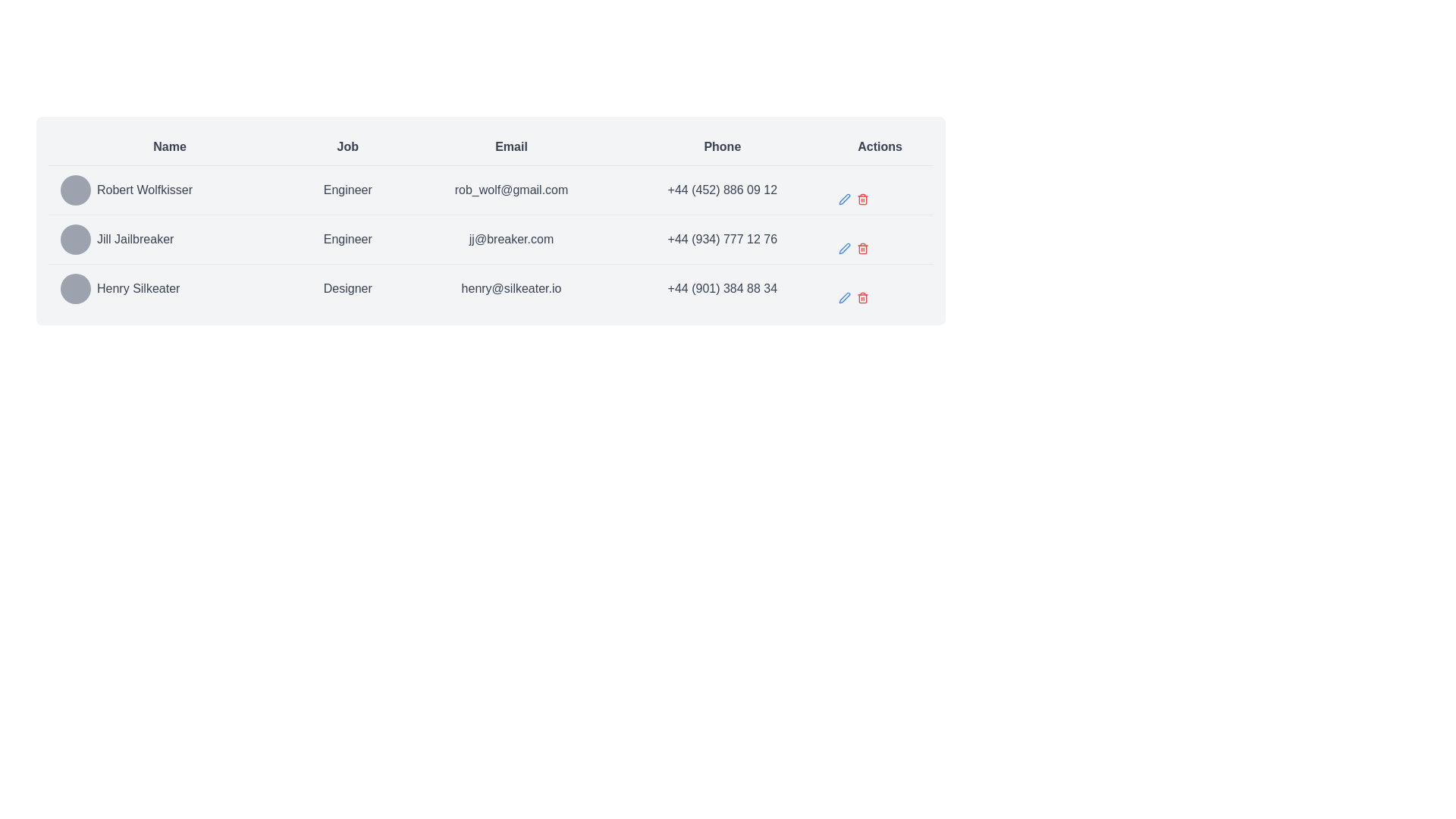  What do you see at coordinates (721, 189) in the screenshot?
I see `displayed phone number '+44 (452) 886 09 12' from the Text label in the 'Phone' column of the data table row for 'Robert Wolfkisser'` at bounding box center [721, 189].